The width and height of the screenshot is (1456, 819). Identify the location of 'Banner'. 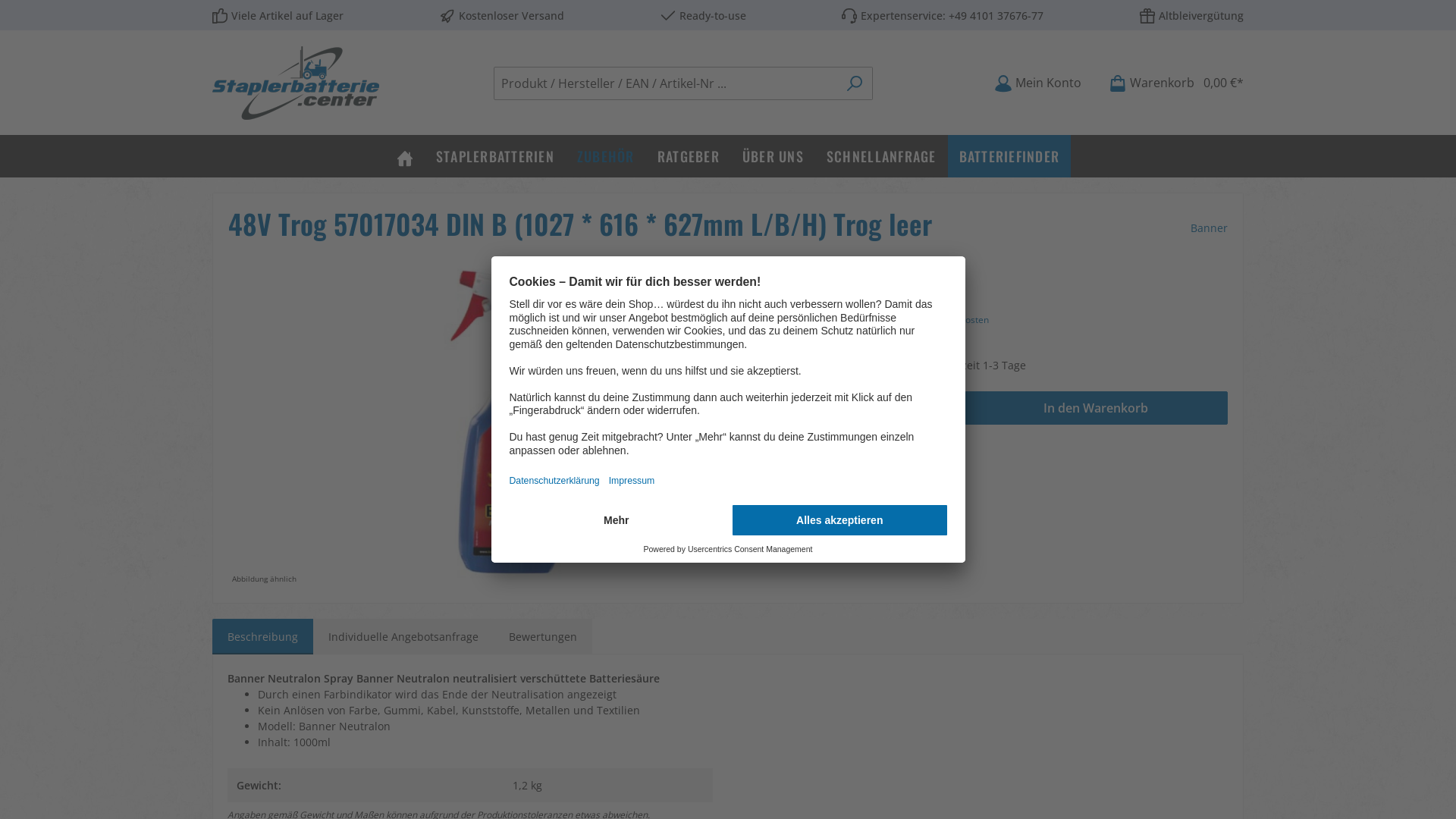
(1208, 227).